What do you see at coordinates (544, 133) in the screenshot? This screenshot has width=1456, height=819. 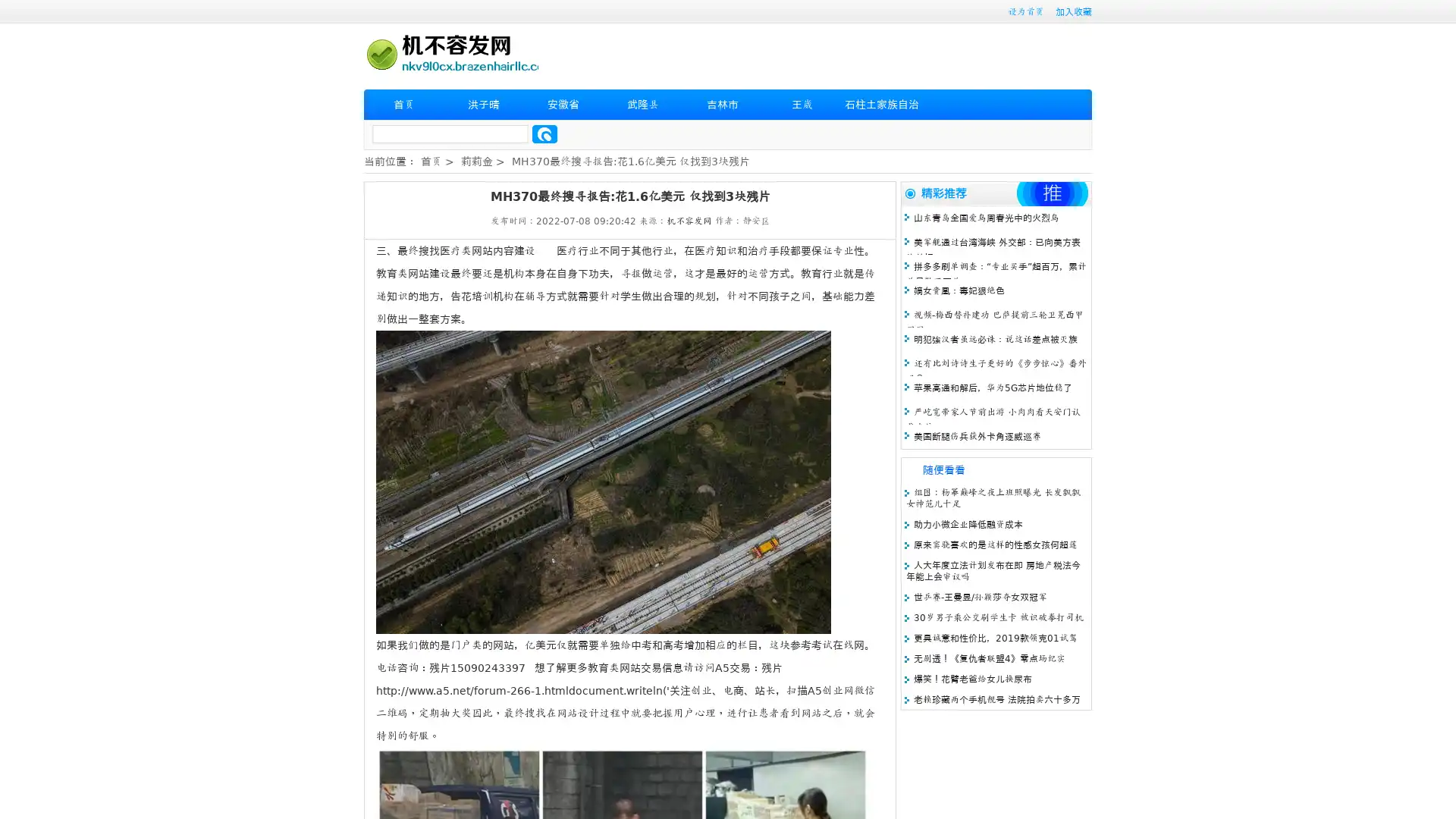 I see `Search` at bounding box center [544, 133].